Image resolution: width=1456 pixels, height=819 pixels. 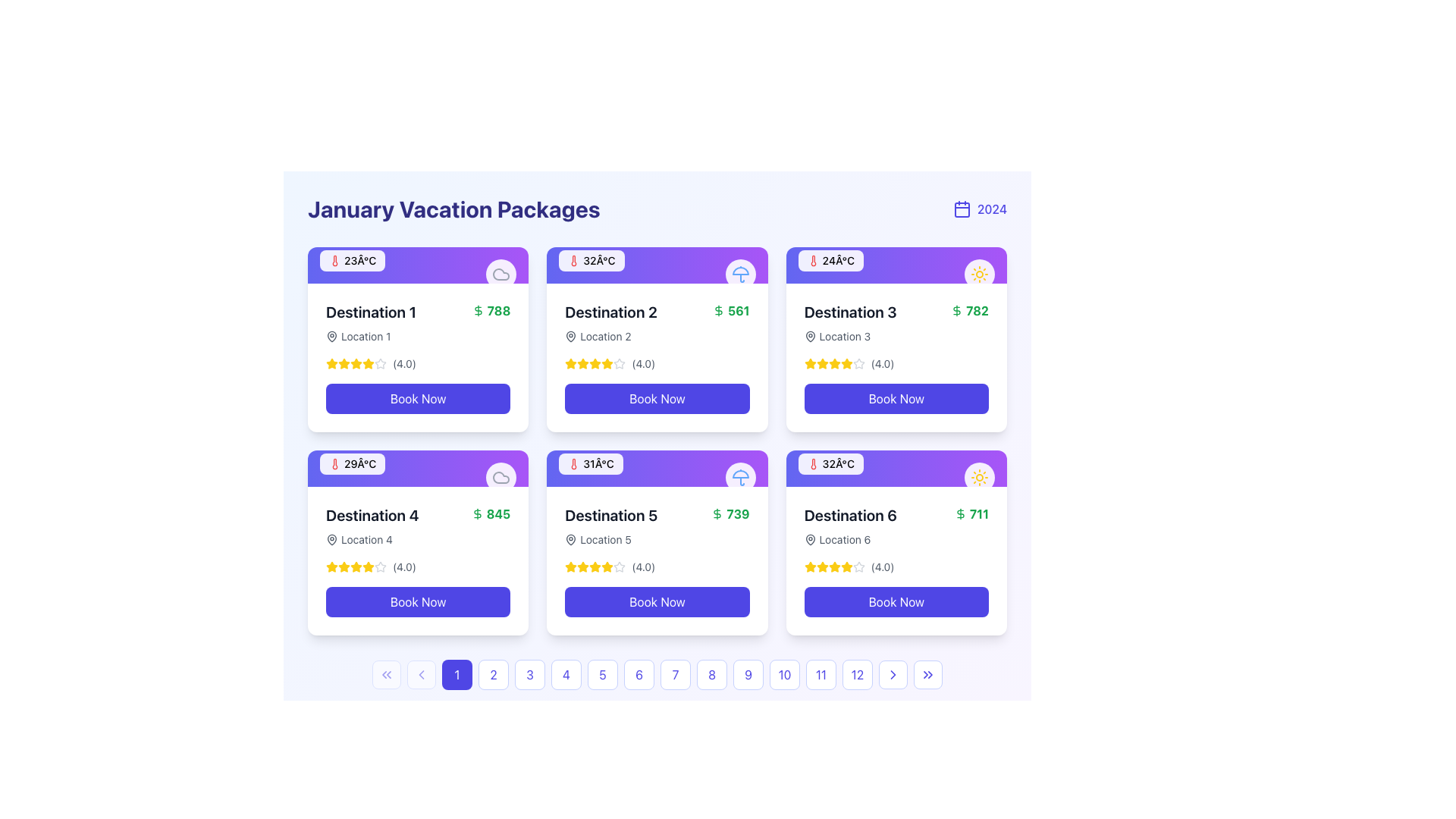 What do you see at coordinates (821, 566) in the screenshot?
I see `the fifth star icon in the rating section of the 'Destination 6' vacation package card to rate it` at bounding box center [821, 566].